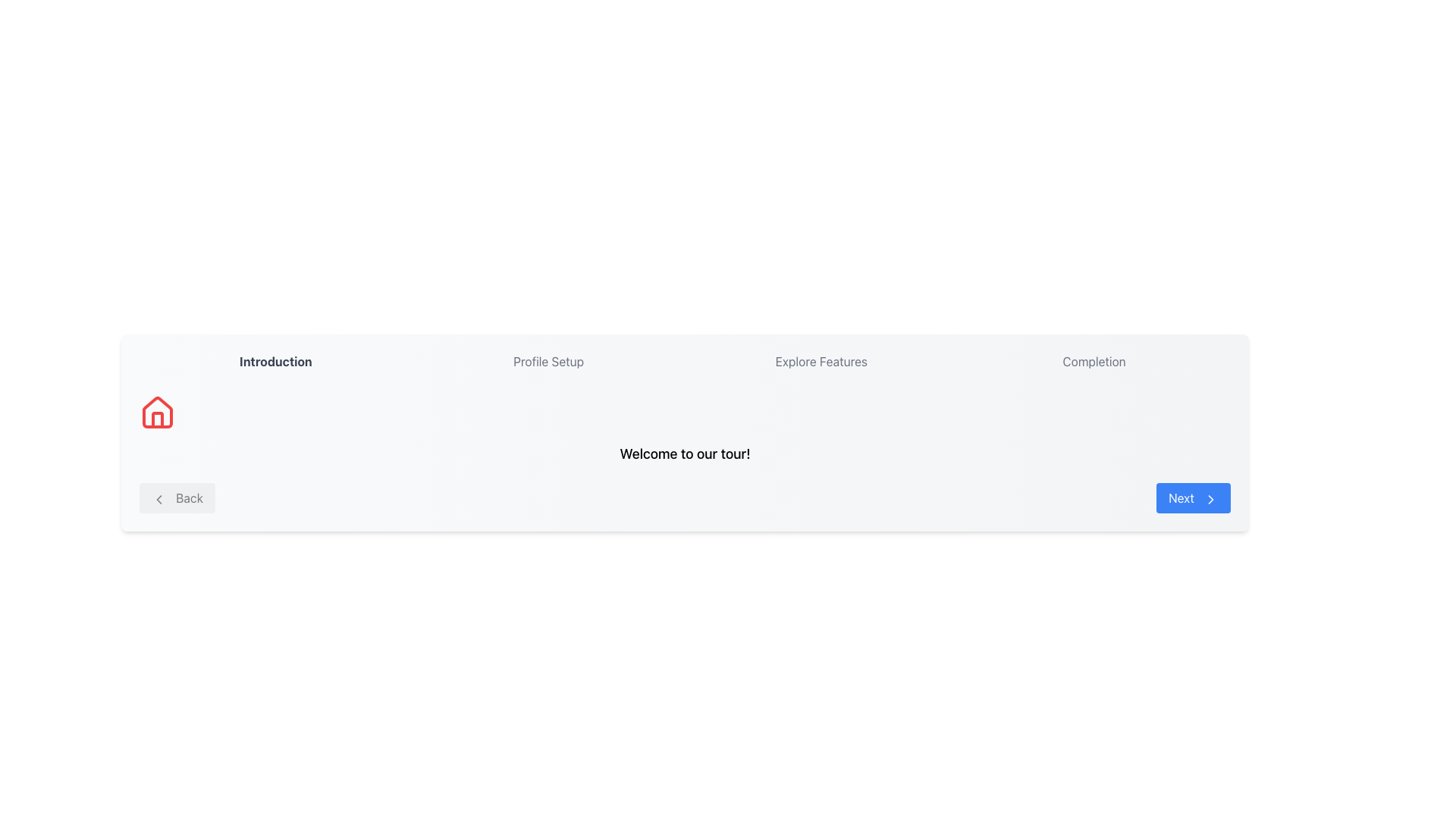  I want to click on the decorative SVG Icon representing 'home' located in the left section of the interface, positioned above the 'Back' button and below the 'Introduction' title, so click(157, 413).